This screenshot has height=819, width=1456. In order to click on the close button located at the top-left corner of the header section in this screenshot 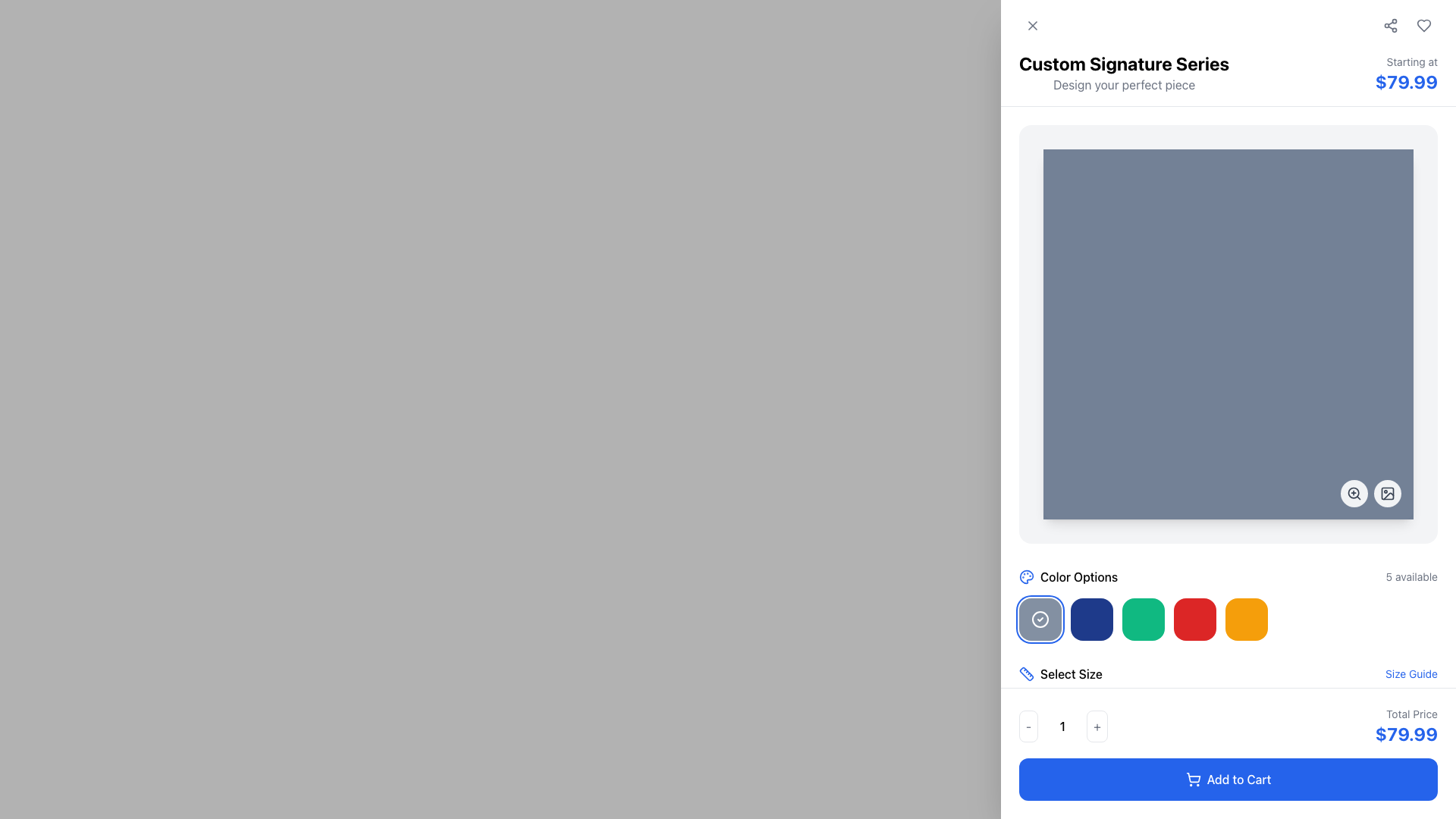, I will do `click(1032, 26)`.